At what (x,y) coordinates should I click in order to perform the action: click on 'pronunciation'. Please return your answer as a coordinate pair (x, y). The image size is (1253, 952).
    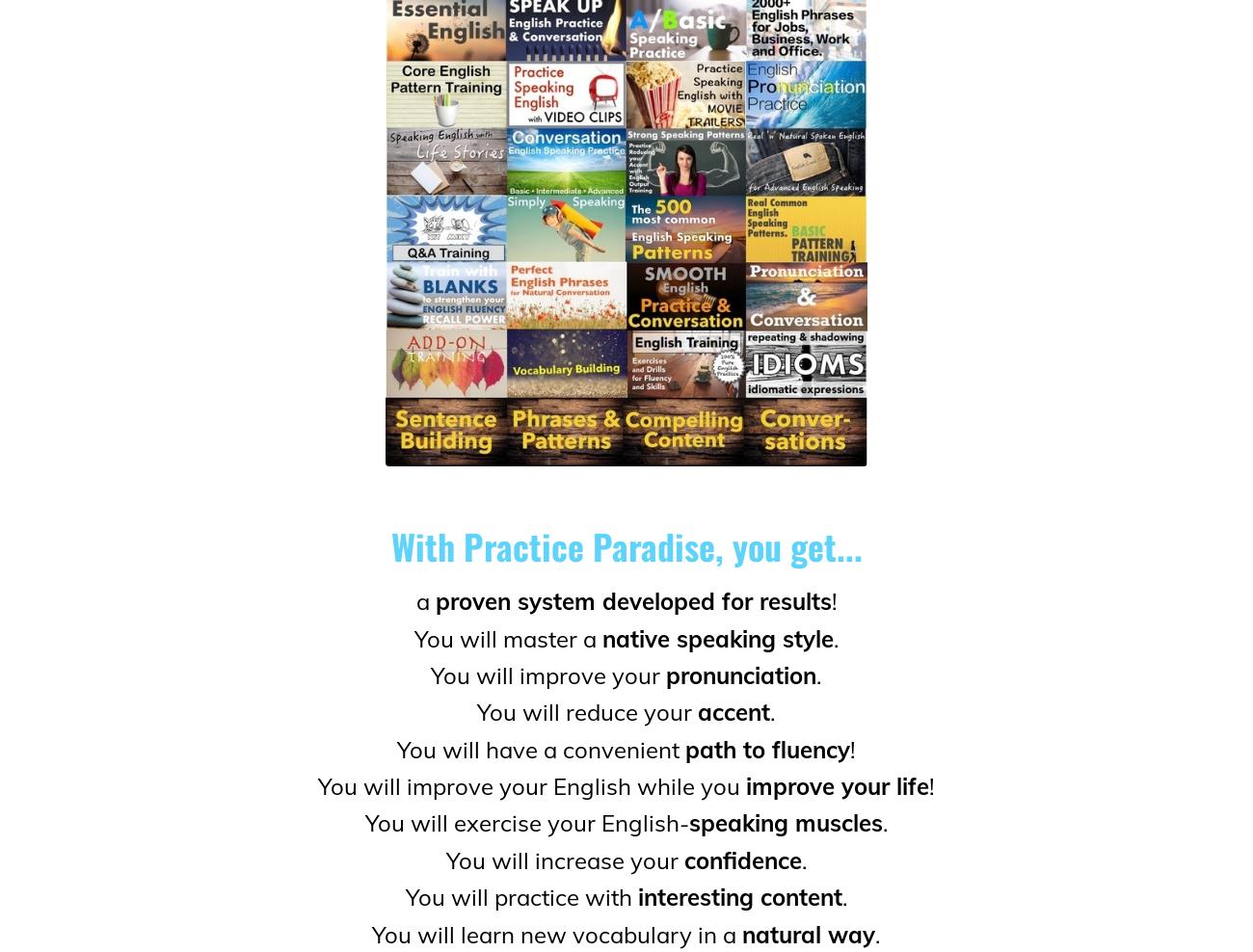
    Looking at the image, I should click on (664, 674).